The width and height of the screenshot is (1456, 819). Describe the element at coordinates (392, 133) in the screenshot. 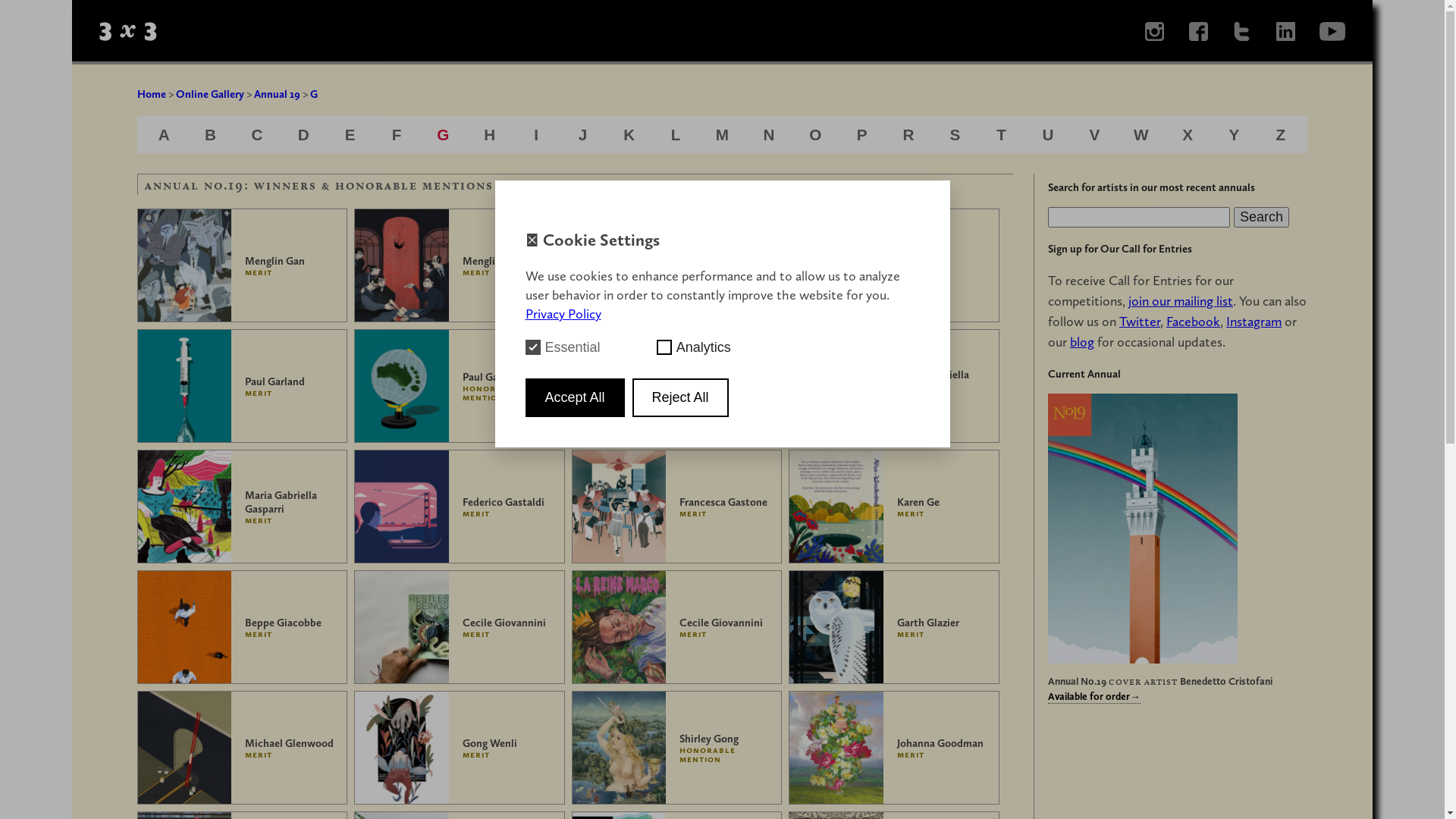

I see `'F'` at that location.